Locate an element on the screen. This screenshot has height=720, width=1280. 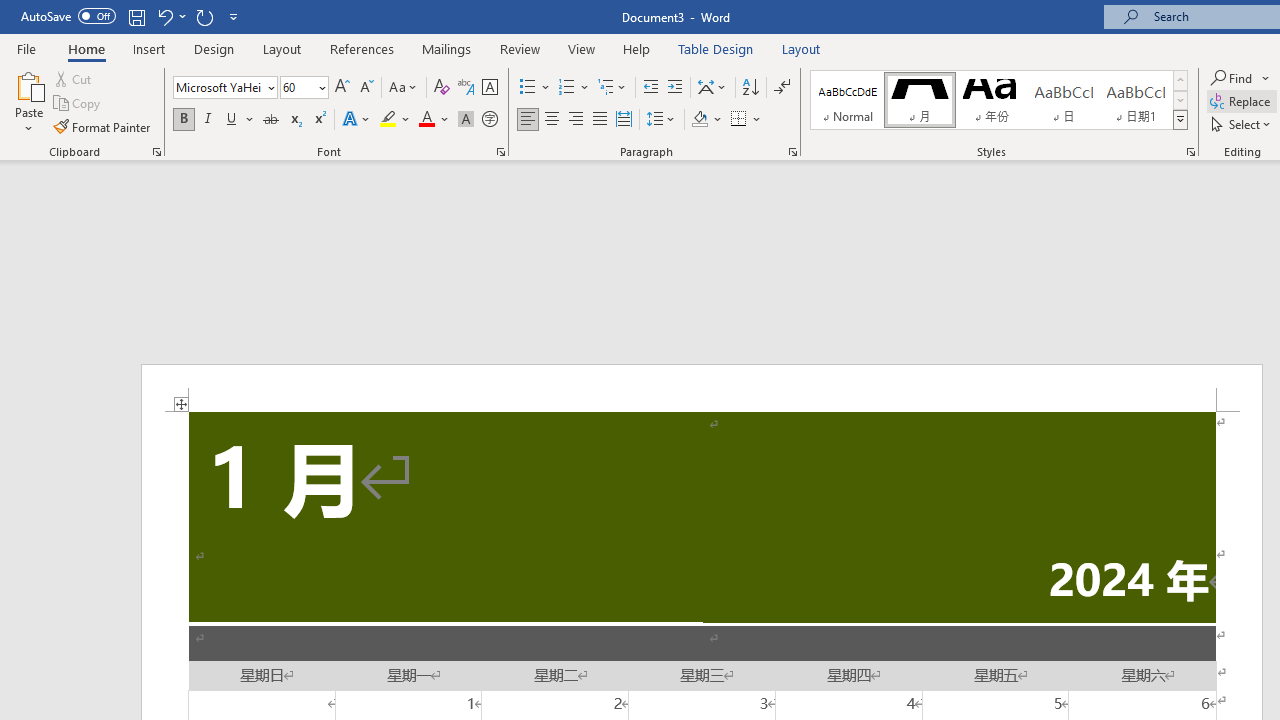
'Repeat Doc Close' is located at coordinates (204, 16).